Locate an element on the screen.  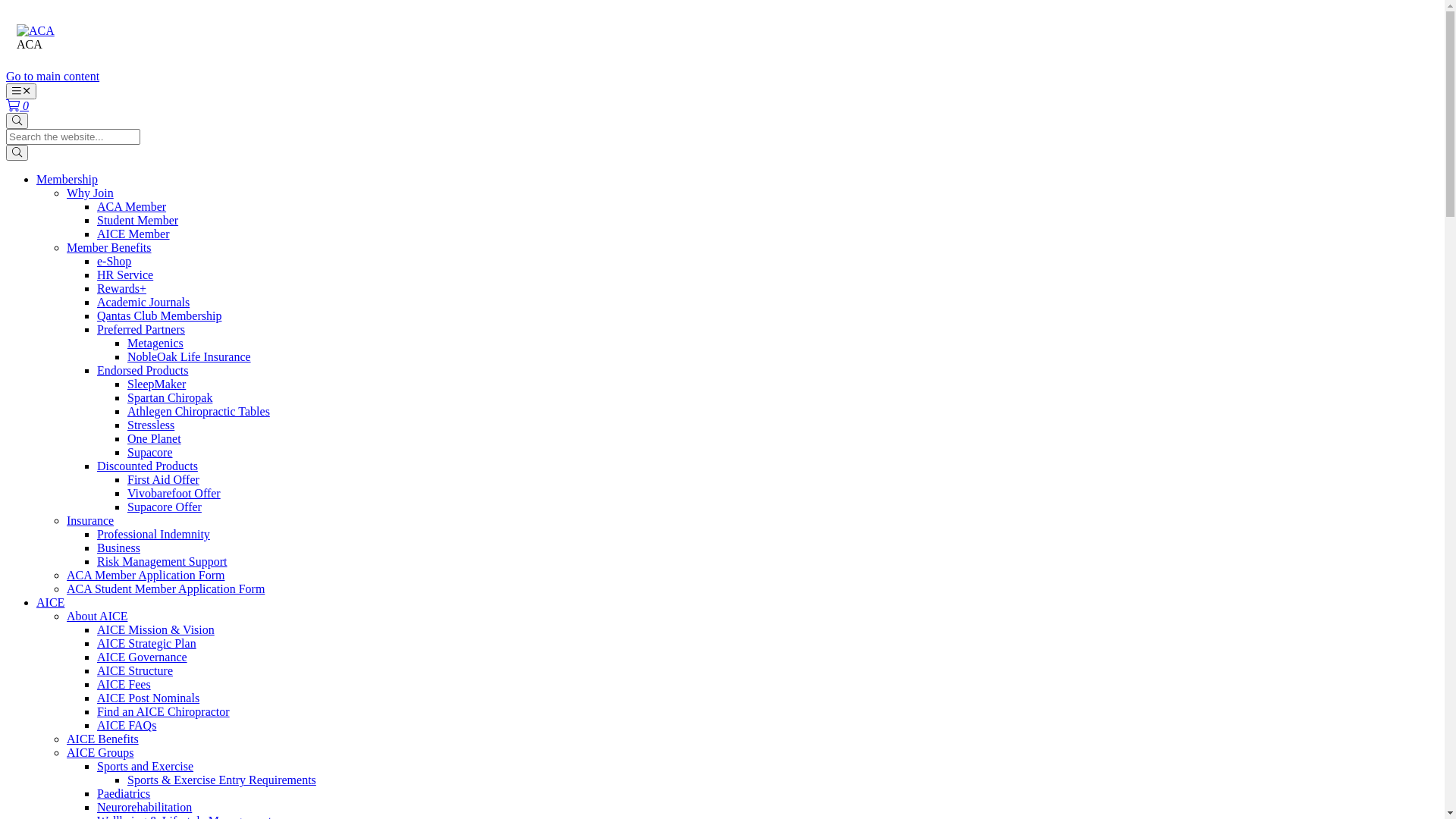
'Spartan Chiropak' is located at coordinates (127, 397).